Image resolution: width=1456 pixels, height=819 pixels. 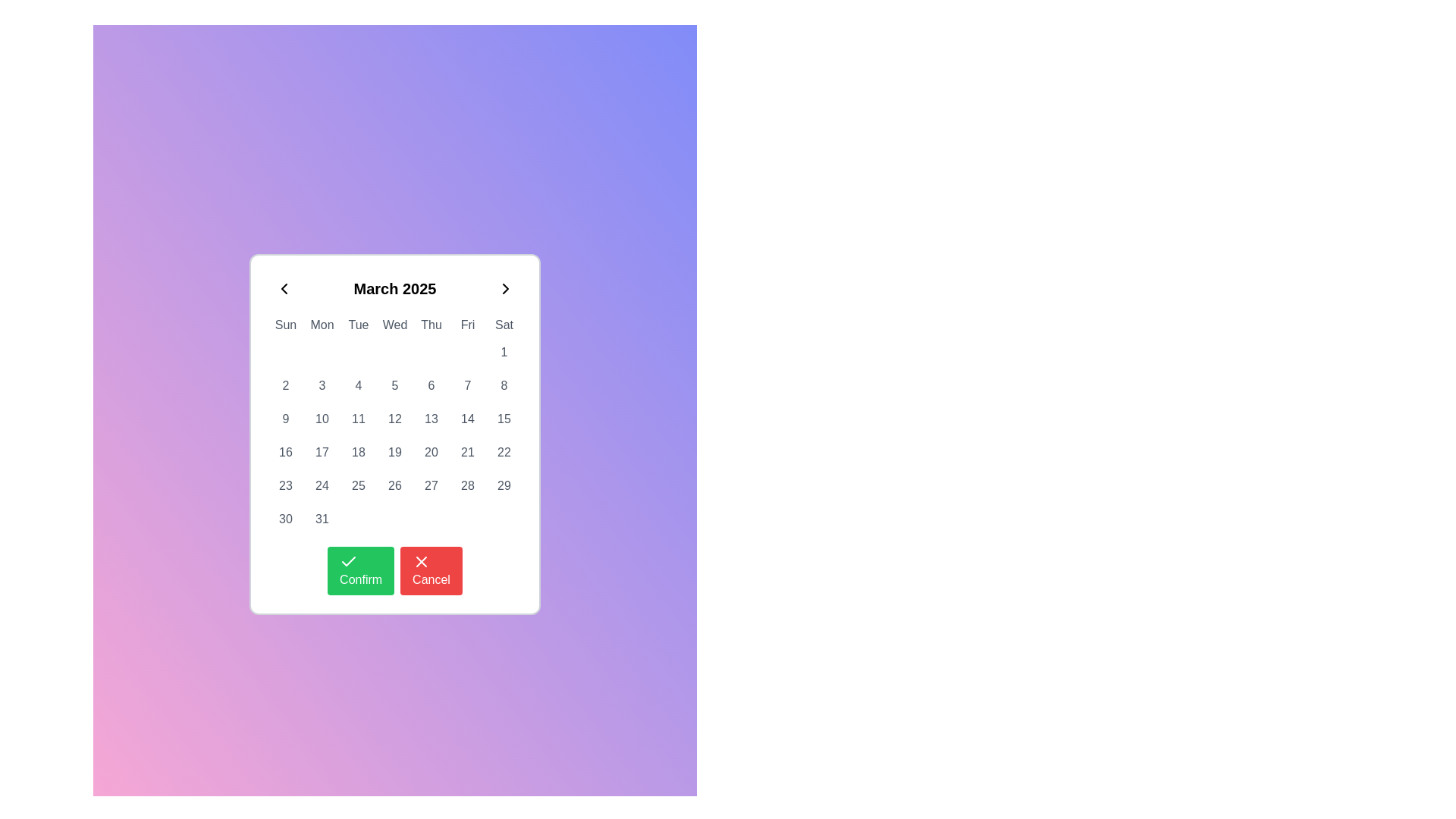 What do you see at coordinates (467, 324) in the screenshot?
I see `the text label displaying 'Fri' in the weekday header row of the calendar interface, located under the title 'March 2025'` at bounding box center [467, 324].